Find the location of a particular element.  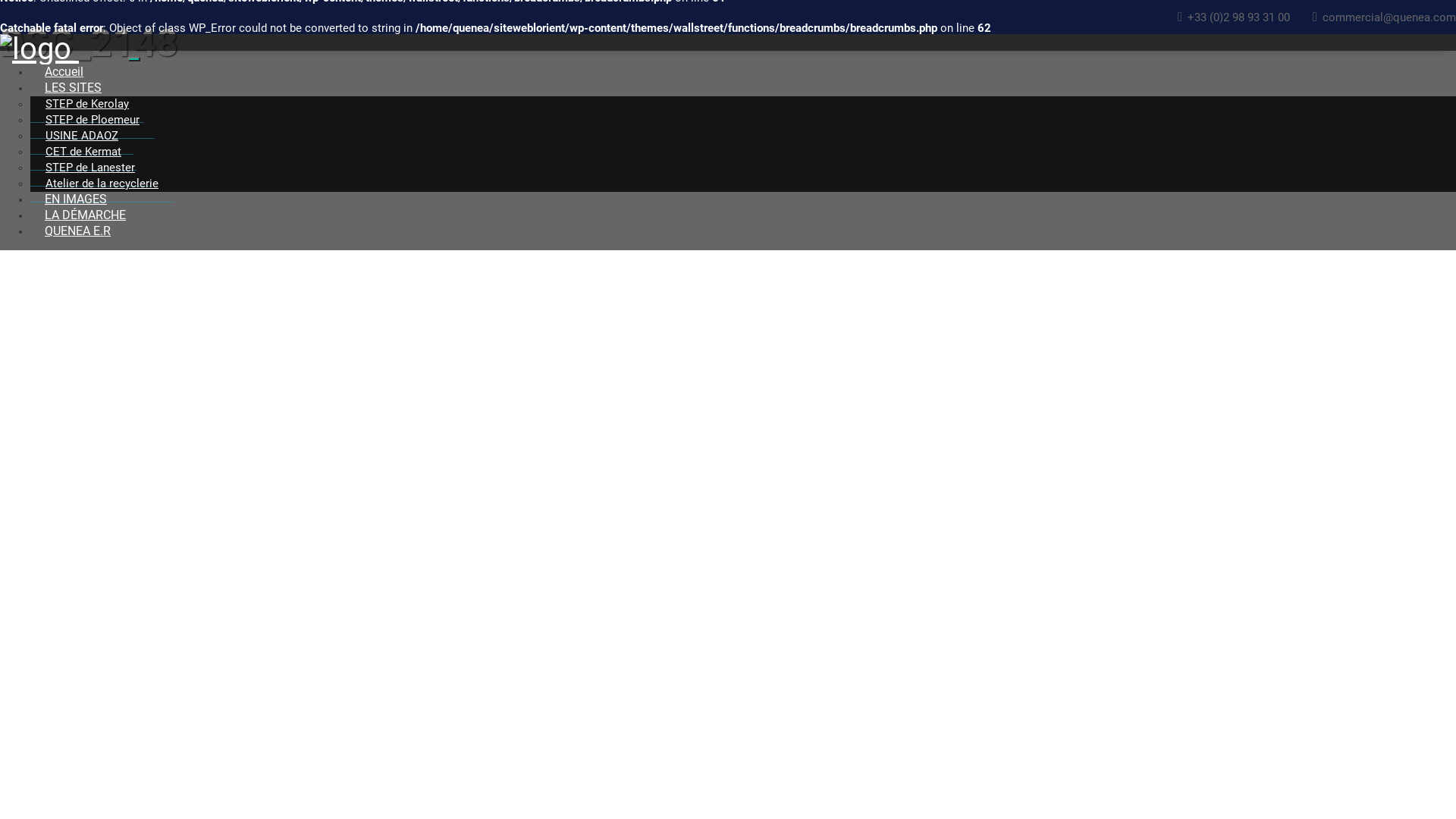

'LES SITES' is located at coordinates (72, 87).